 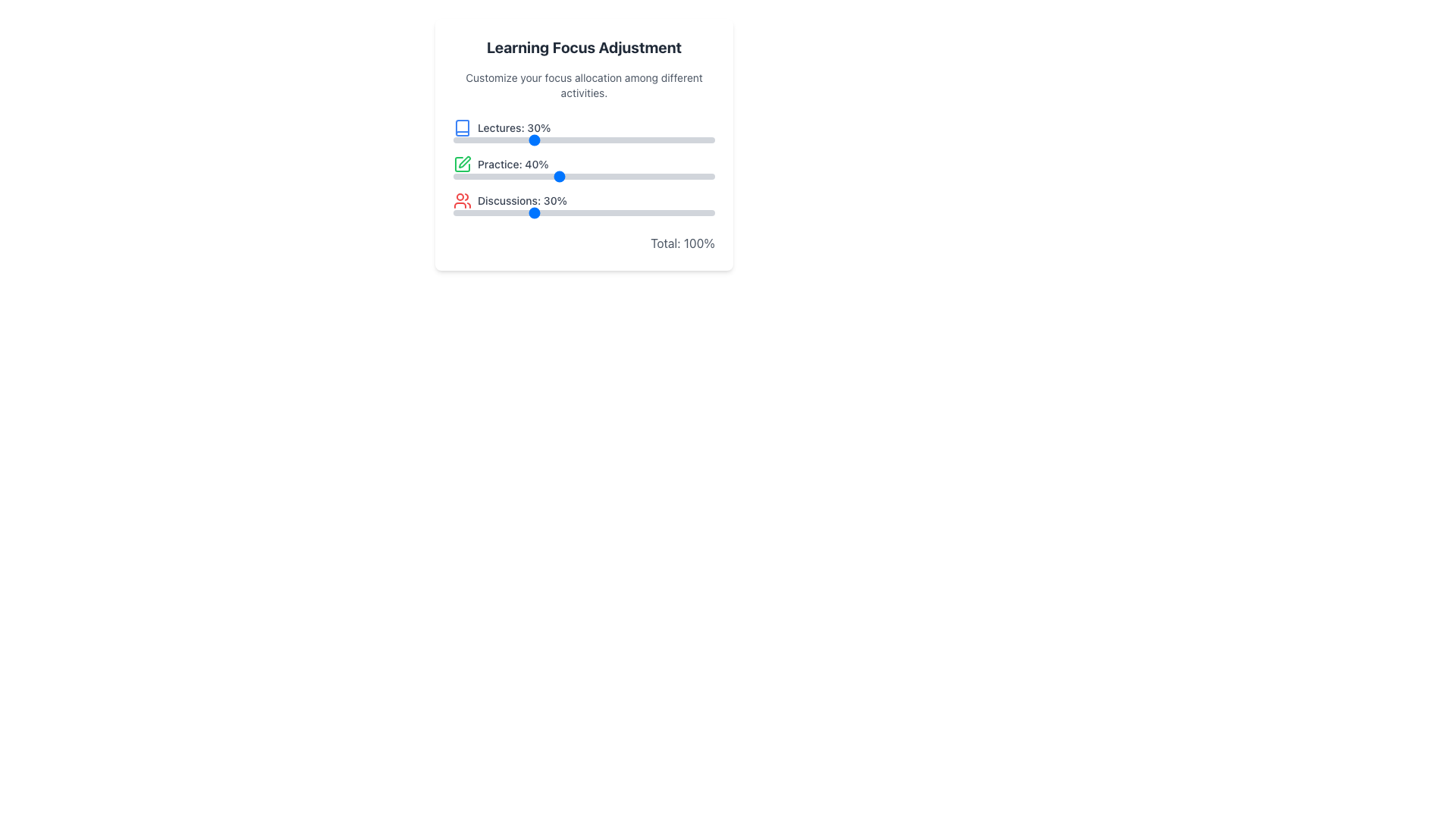 What do you see at coordinates (677, 175) in the screenshot?
I see `the 'Practice' slider` at bounding box center [677, 175].